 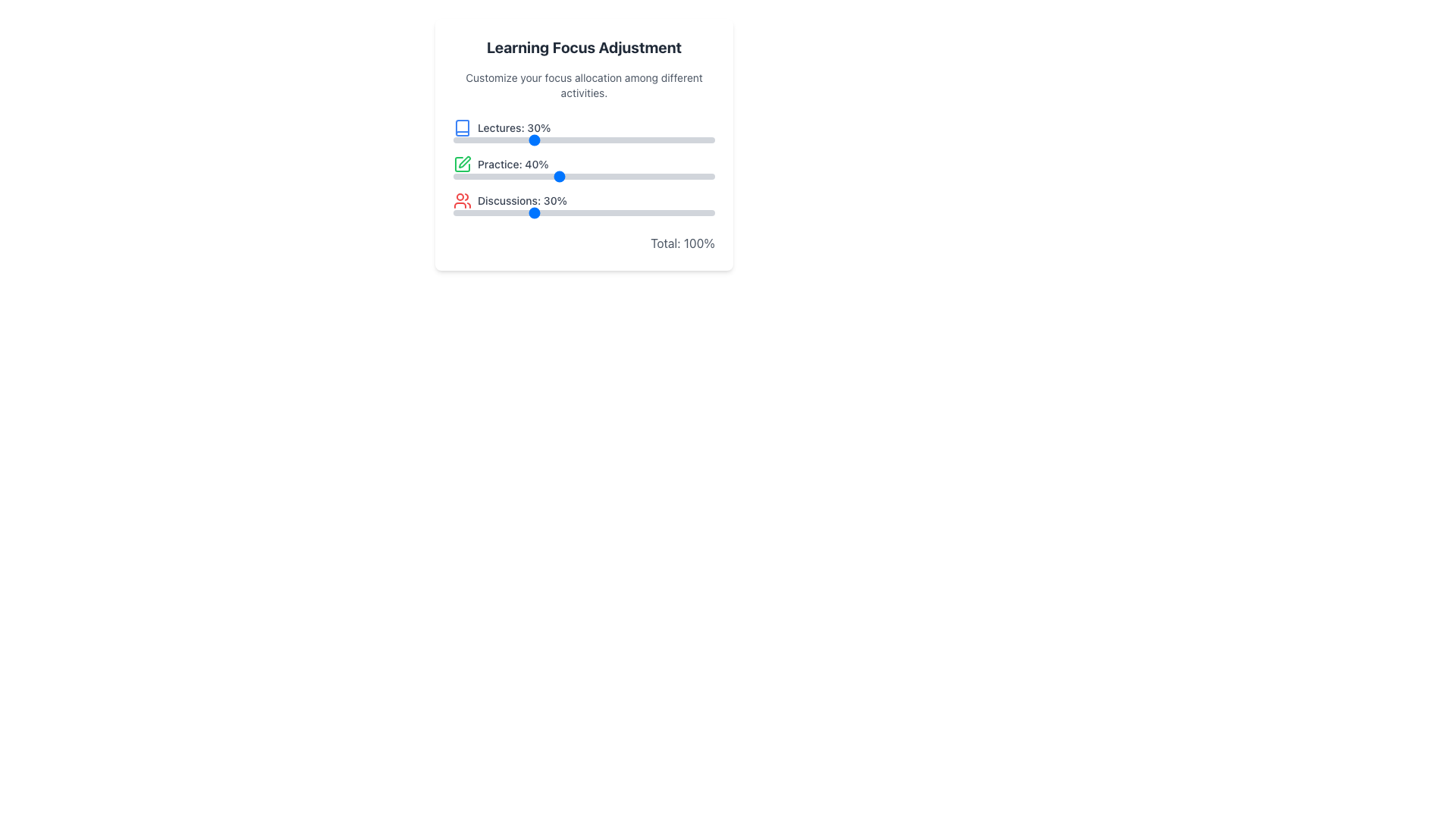 What do you see at coordinates (677, 175) in the screenshot?
I see `the 'Practice' slider` at bounding box center [677, 175].